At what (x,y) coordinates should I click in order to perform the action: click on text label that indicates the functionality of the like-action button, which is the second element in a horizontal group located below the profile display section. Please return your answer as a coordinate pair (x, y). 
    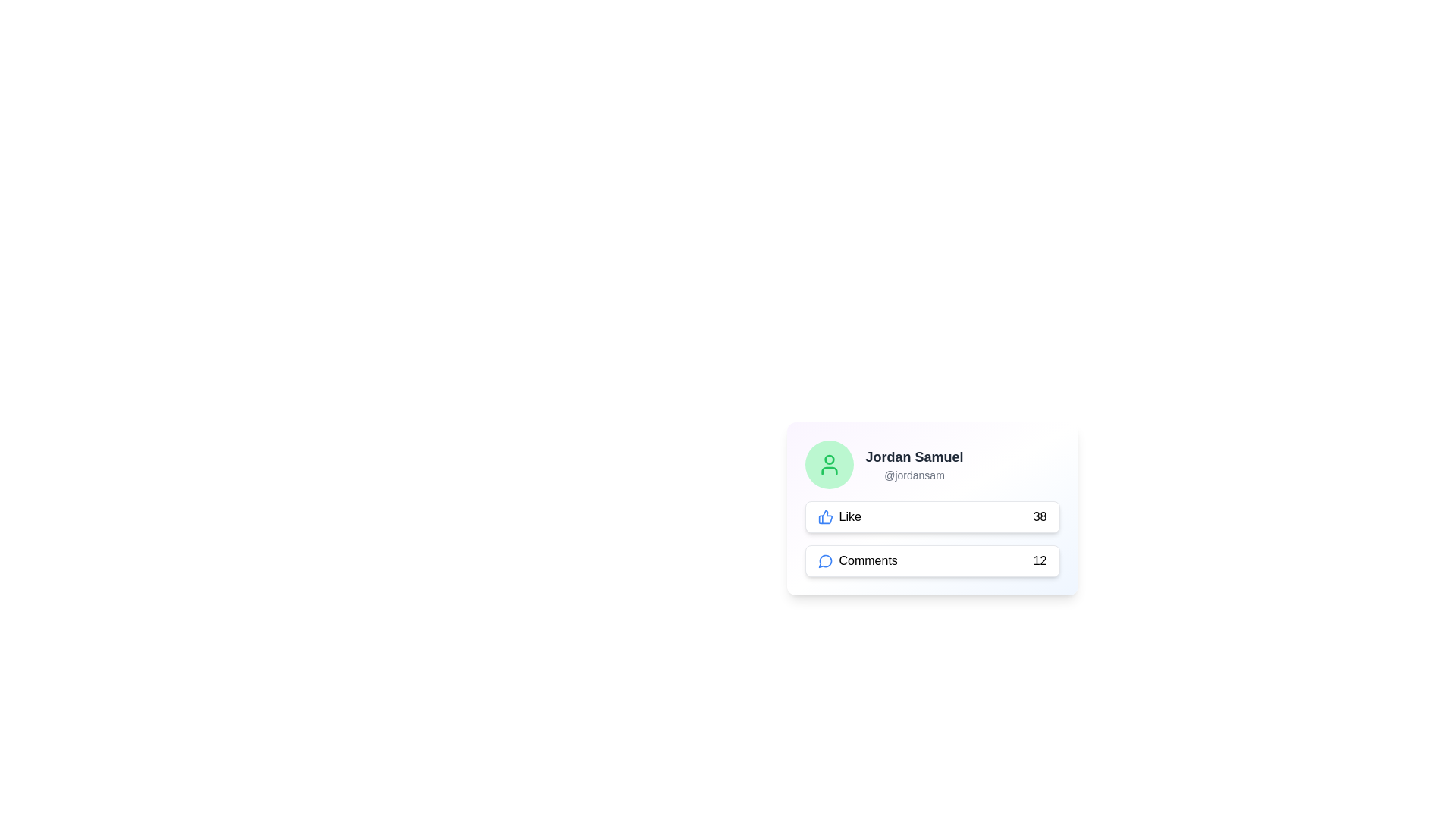
    Looking at the image, I should click on (850, 516).